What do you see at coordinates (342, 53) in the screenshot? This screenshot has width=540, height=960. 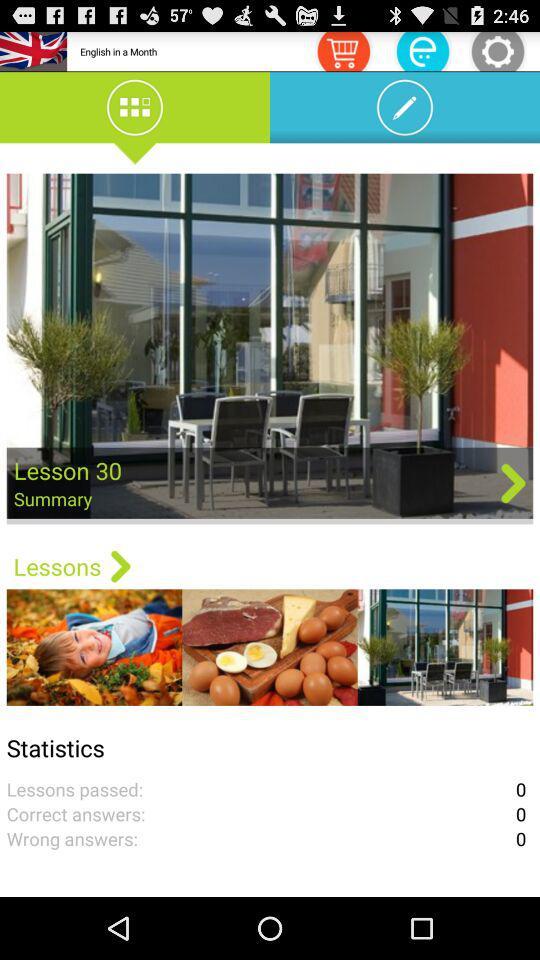 I see `the cart icon` at bounding box center [342, 53].